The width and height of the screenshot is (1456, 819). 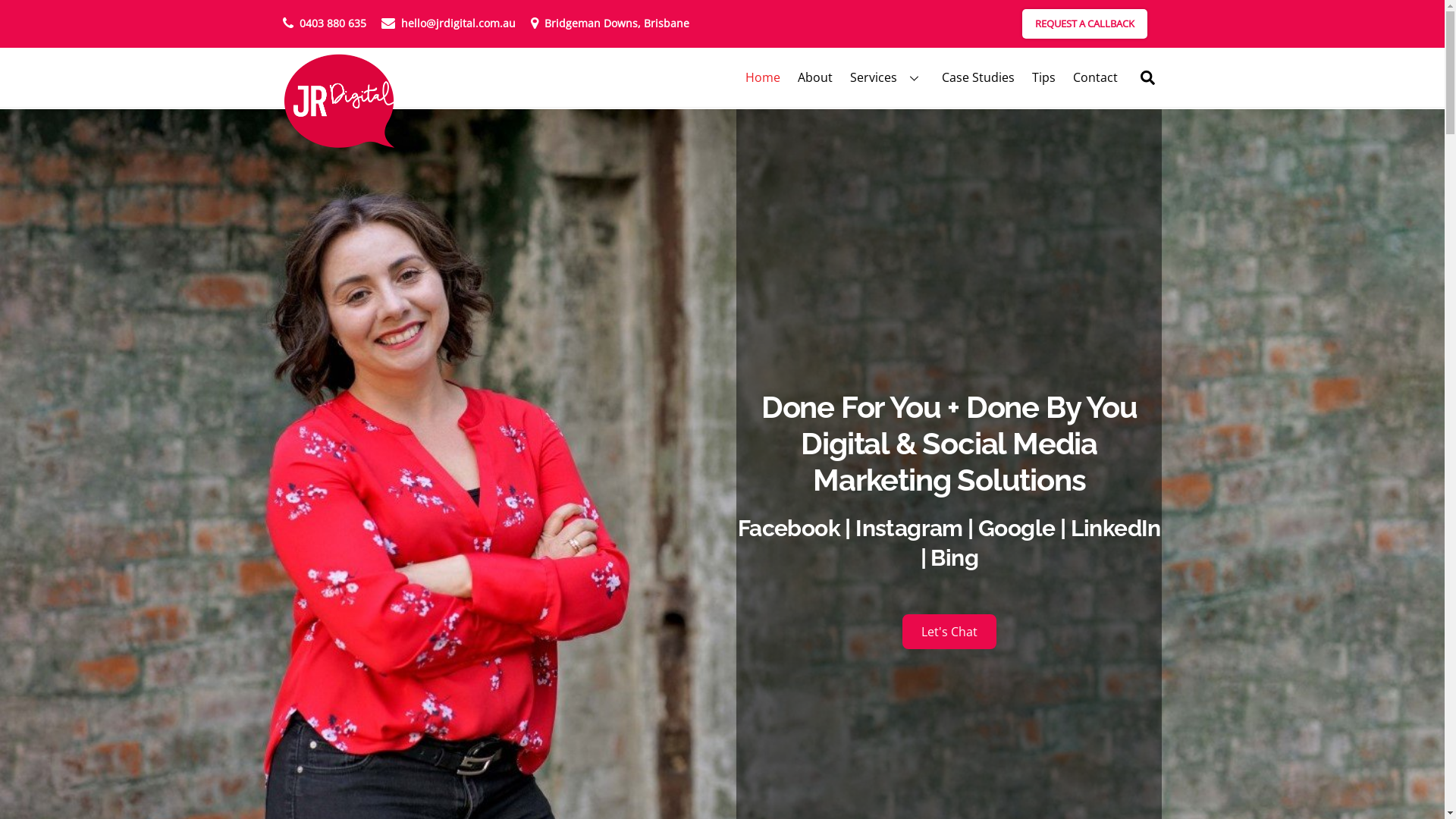 What do you see at coordinates (886, 77) in the screenshot?
I see `'Services'` at bounding box center [886, 77].